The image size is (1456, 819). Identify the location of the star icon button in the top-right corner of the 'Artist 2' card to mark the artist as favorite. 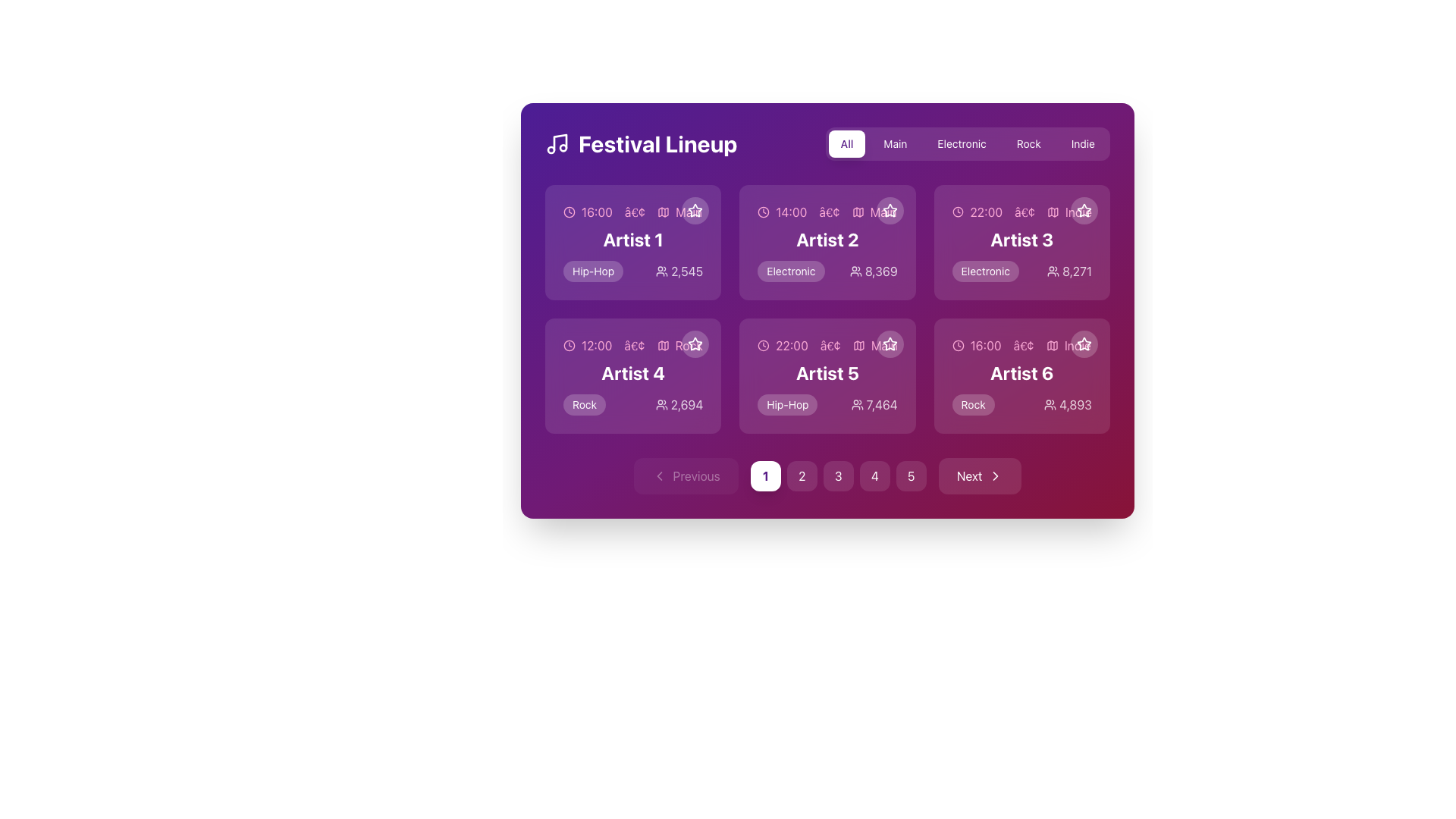
(890, 210).